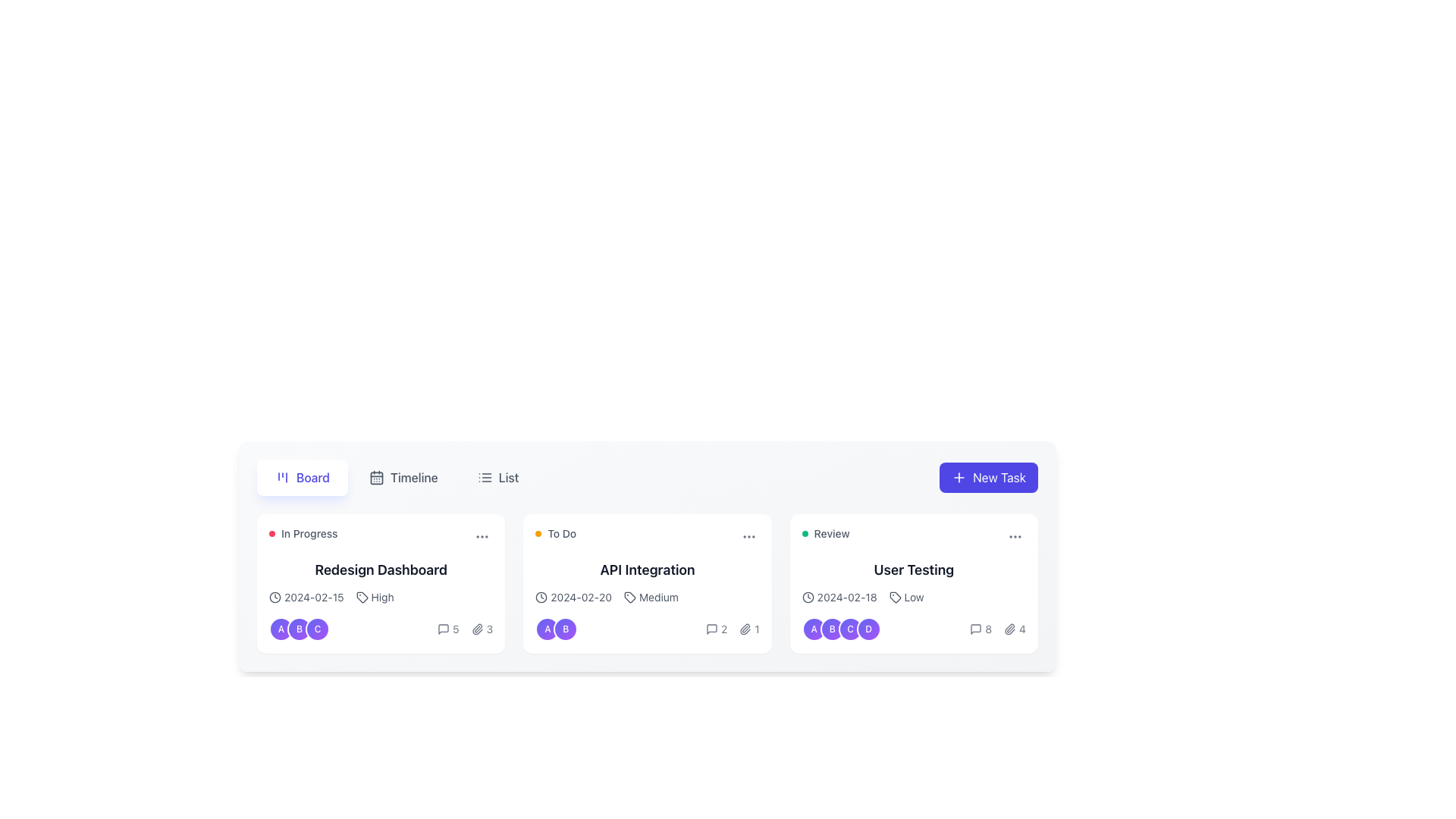  What do you see at coordinates (831, 629) in the screenshot?
I see `the second circular avatar badge representing user responsibility for the 'User Testing' task` at bounding box center [831, 629].